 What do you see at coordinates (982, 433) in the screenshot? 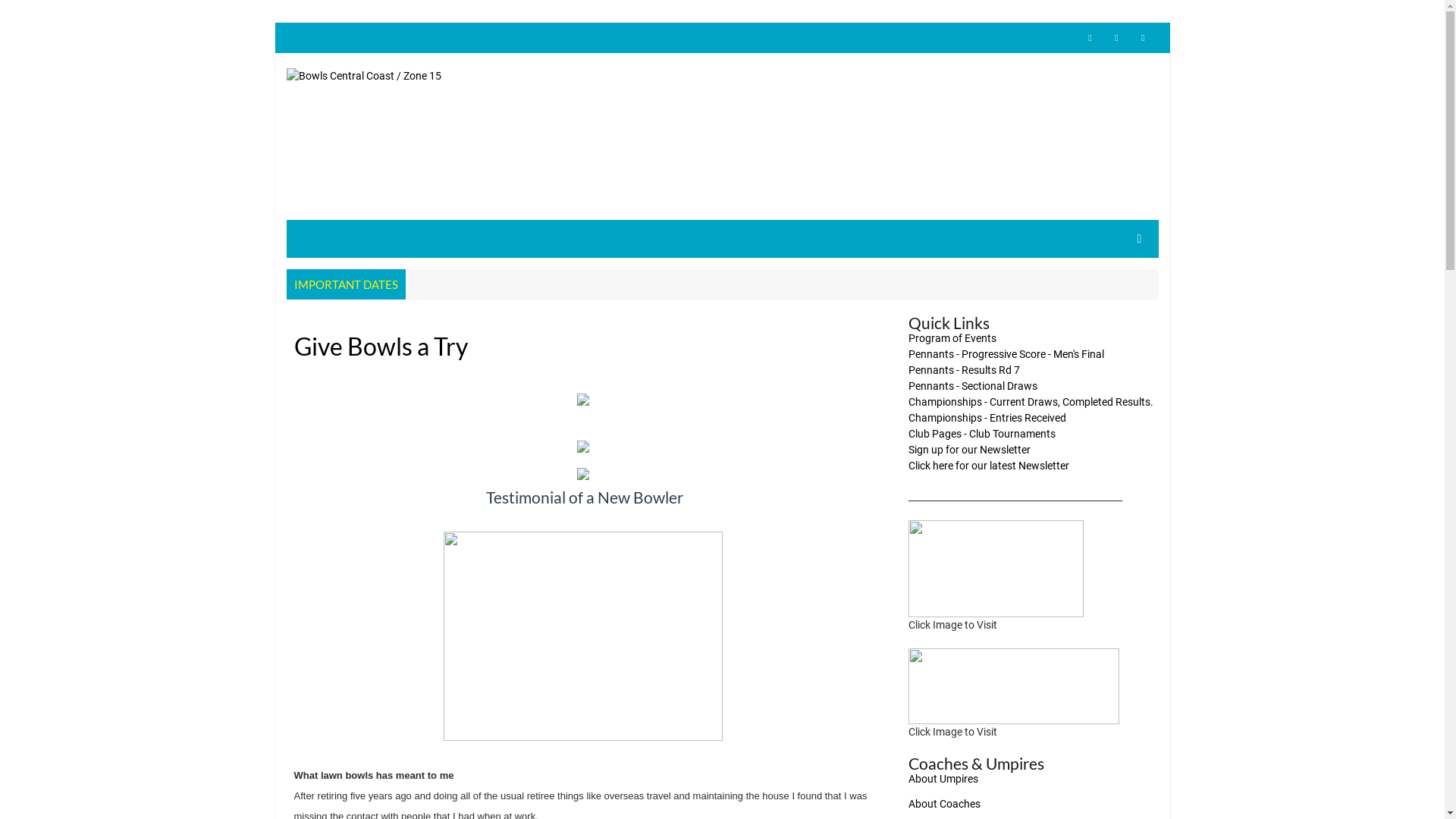
I see `'Club Pages - Club Tournaments'` at bounding box center [982, 433].